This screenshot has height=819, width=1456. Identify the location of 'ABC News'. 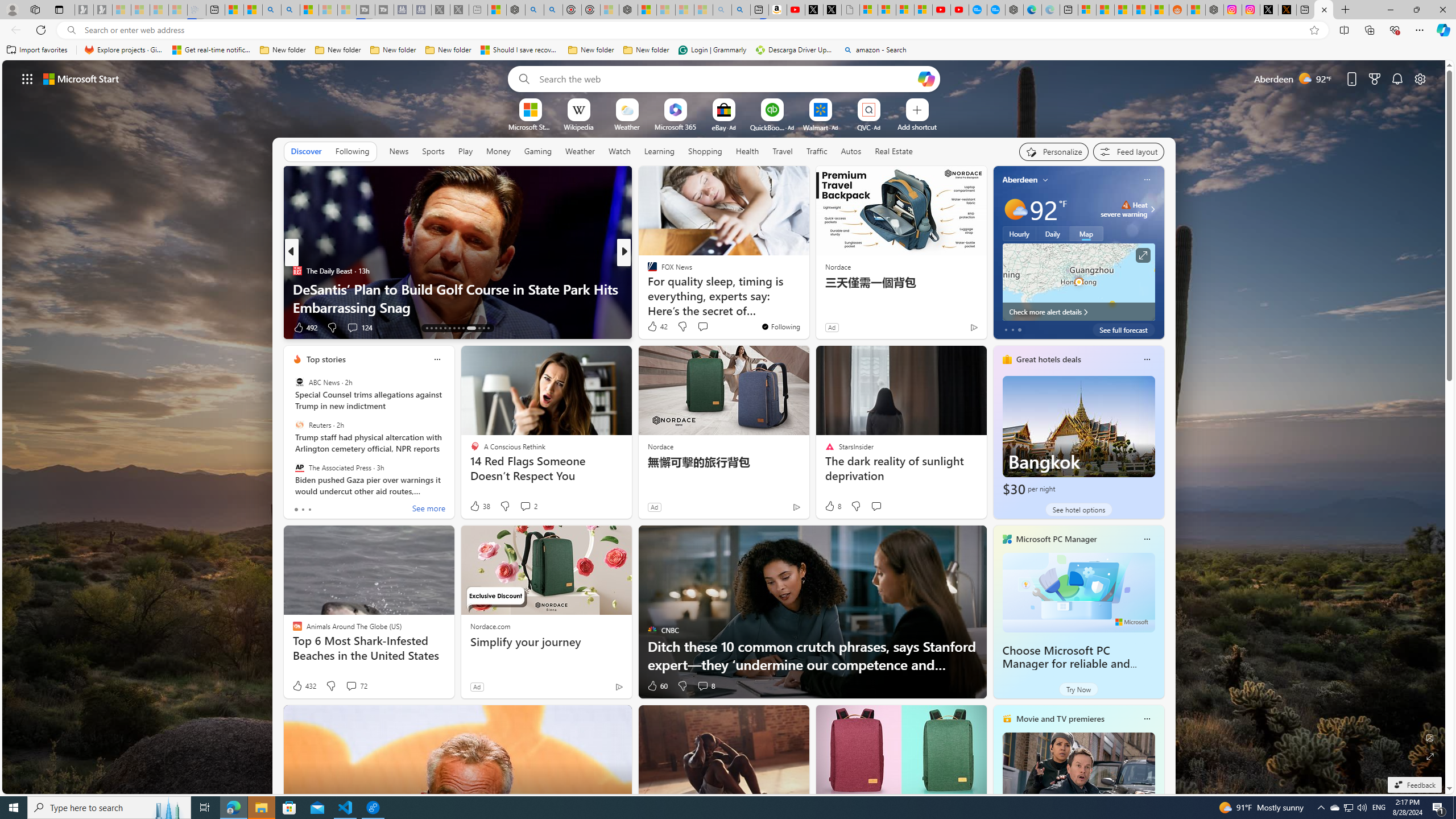
(299, 382).